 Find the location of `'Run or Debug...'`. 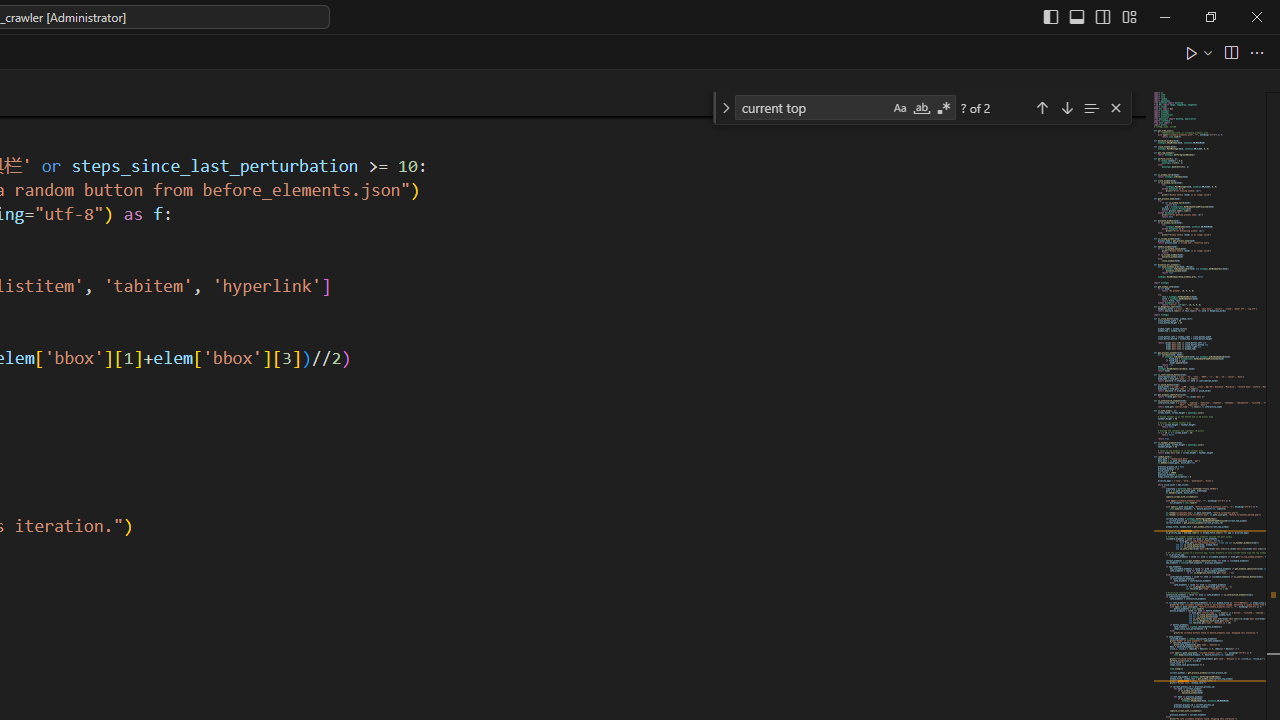

'Run or Debug...' is located at coordinates (1207, 51).